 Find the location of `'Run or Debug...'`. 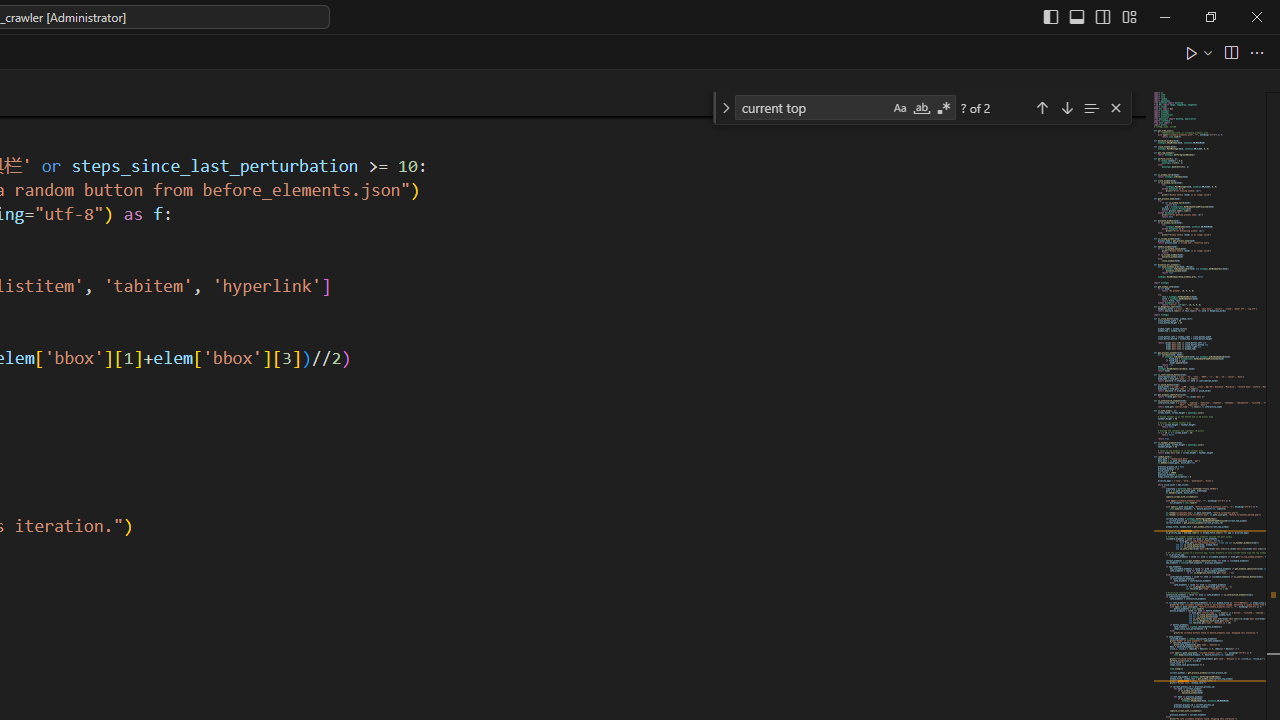

'Run or Debug...' is located at coordinates (1207, 51).